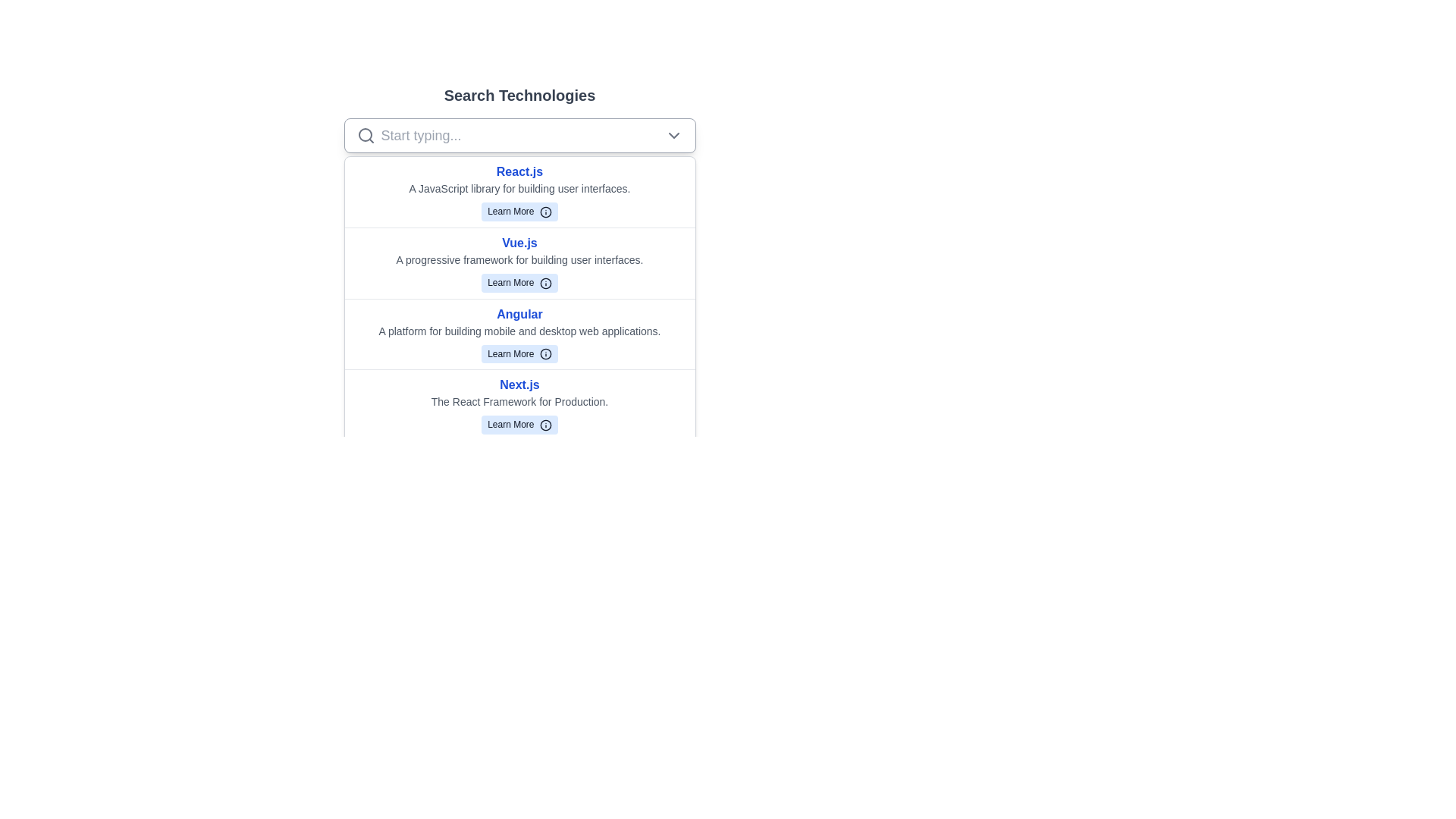  I want to click on the title text label of the third list item in the 'Search Technologies' vertical list, which represents the name of the technology, so click(519, 313).